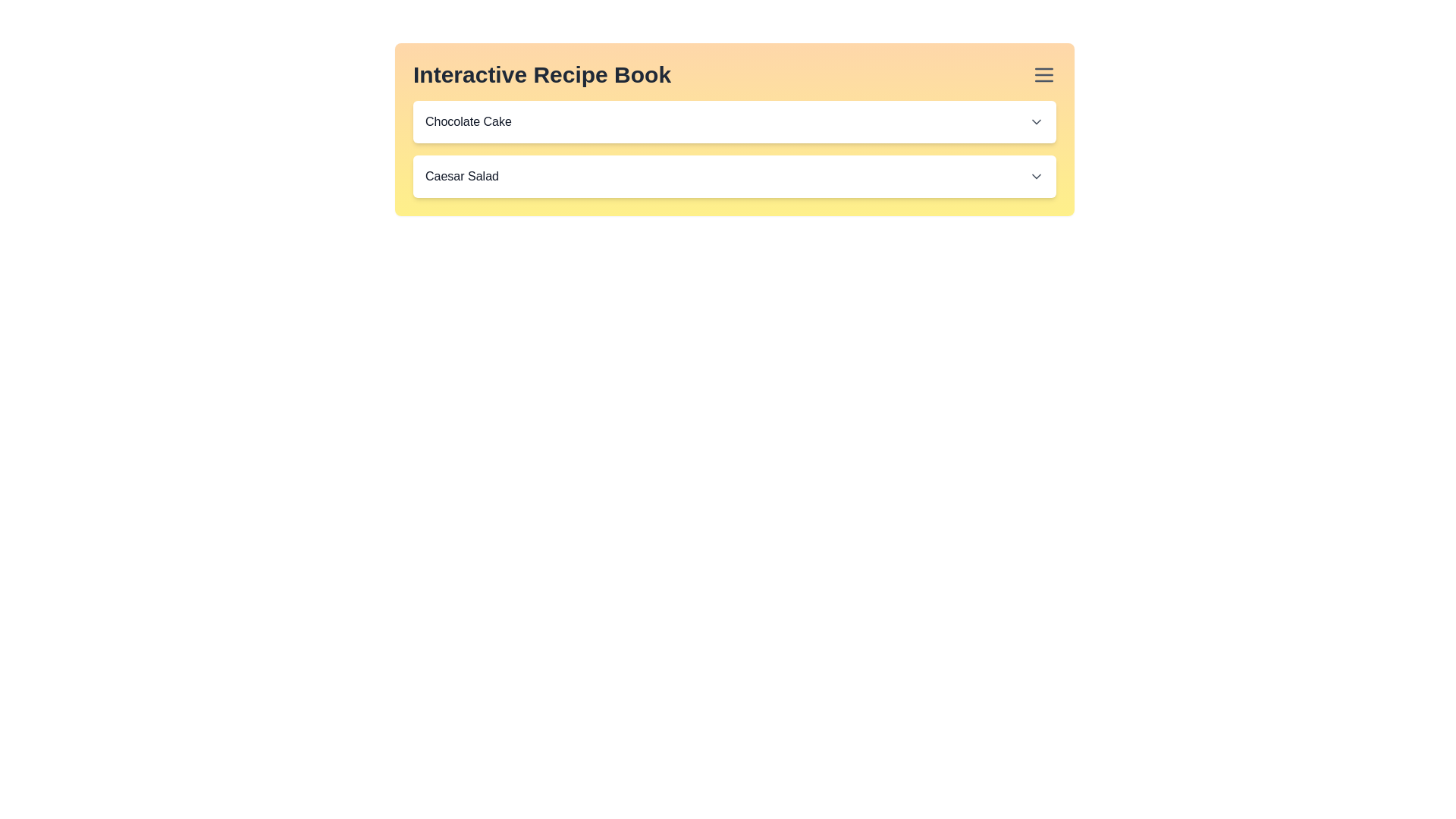  I want to click on the 'Caesar Salad' dropdown item, which is a white rounded rectangular box with a shadow effect, so click(735, 175).